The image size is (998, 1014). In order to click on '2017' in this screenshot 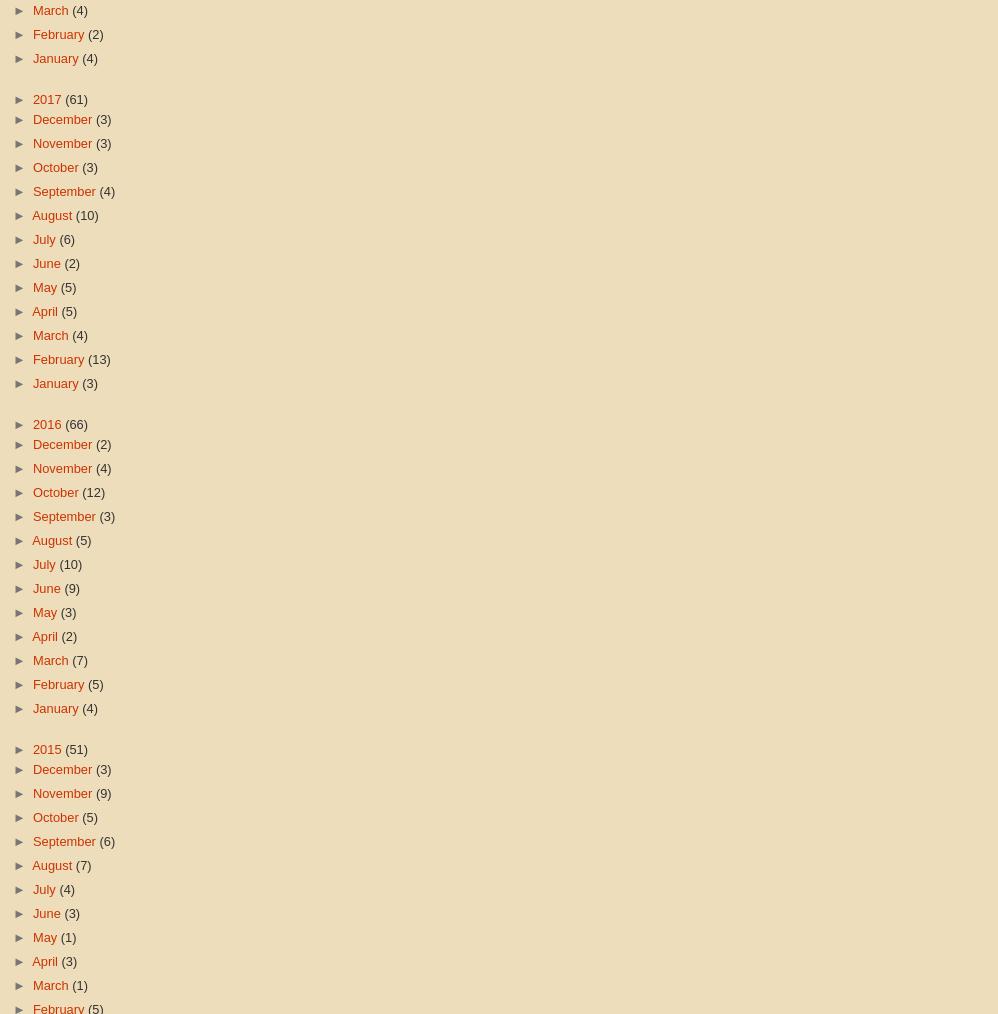, I will do `click(48, 99)`.